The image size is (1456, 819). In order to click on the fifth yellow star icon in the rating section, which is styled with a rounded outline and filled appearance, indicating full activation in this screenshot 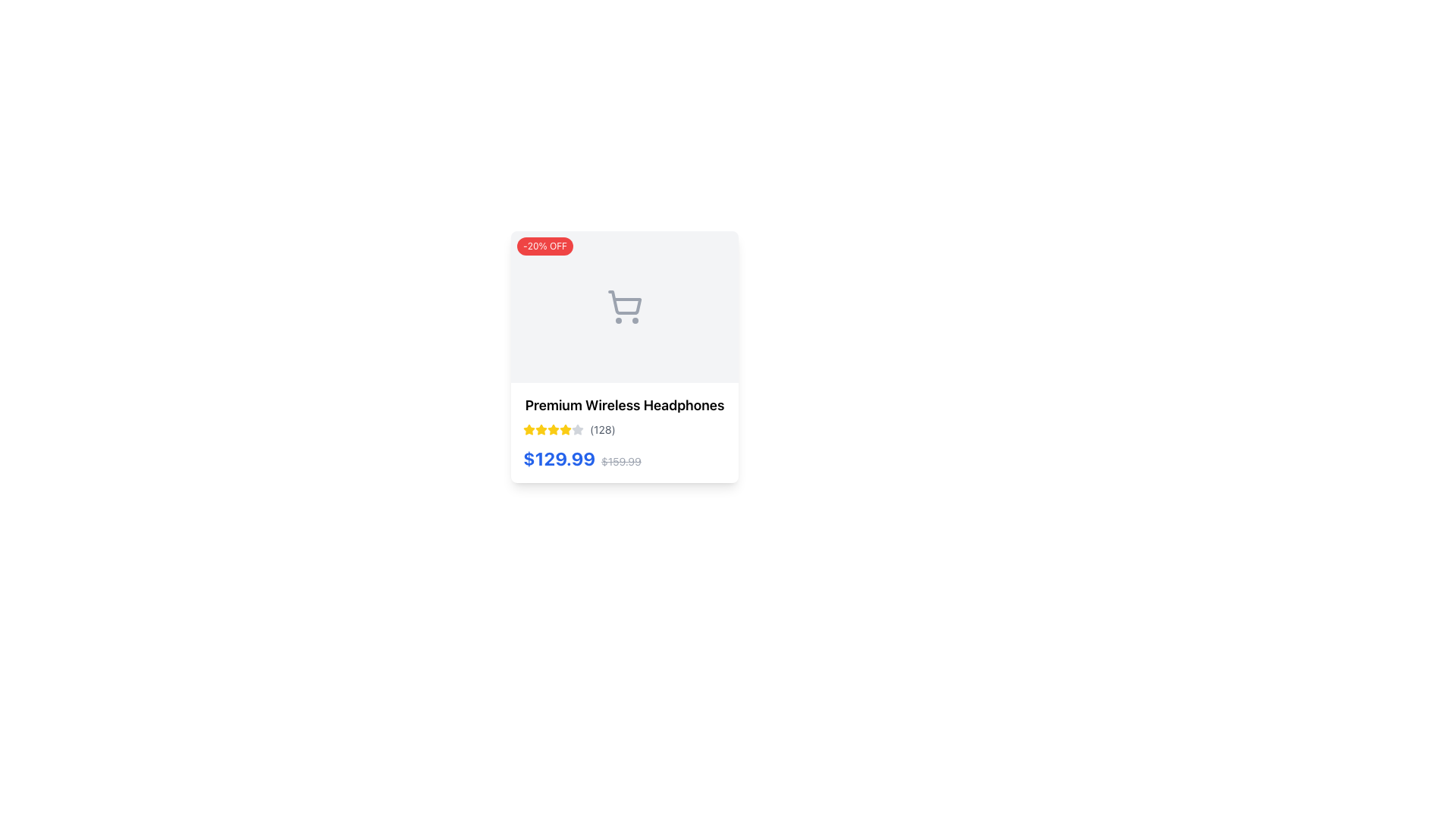, I will do `click(552, 430)`.